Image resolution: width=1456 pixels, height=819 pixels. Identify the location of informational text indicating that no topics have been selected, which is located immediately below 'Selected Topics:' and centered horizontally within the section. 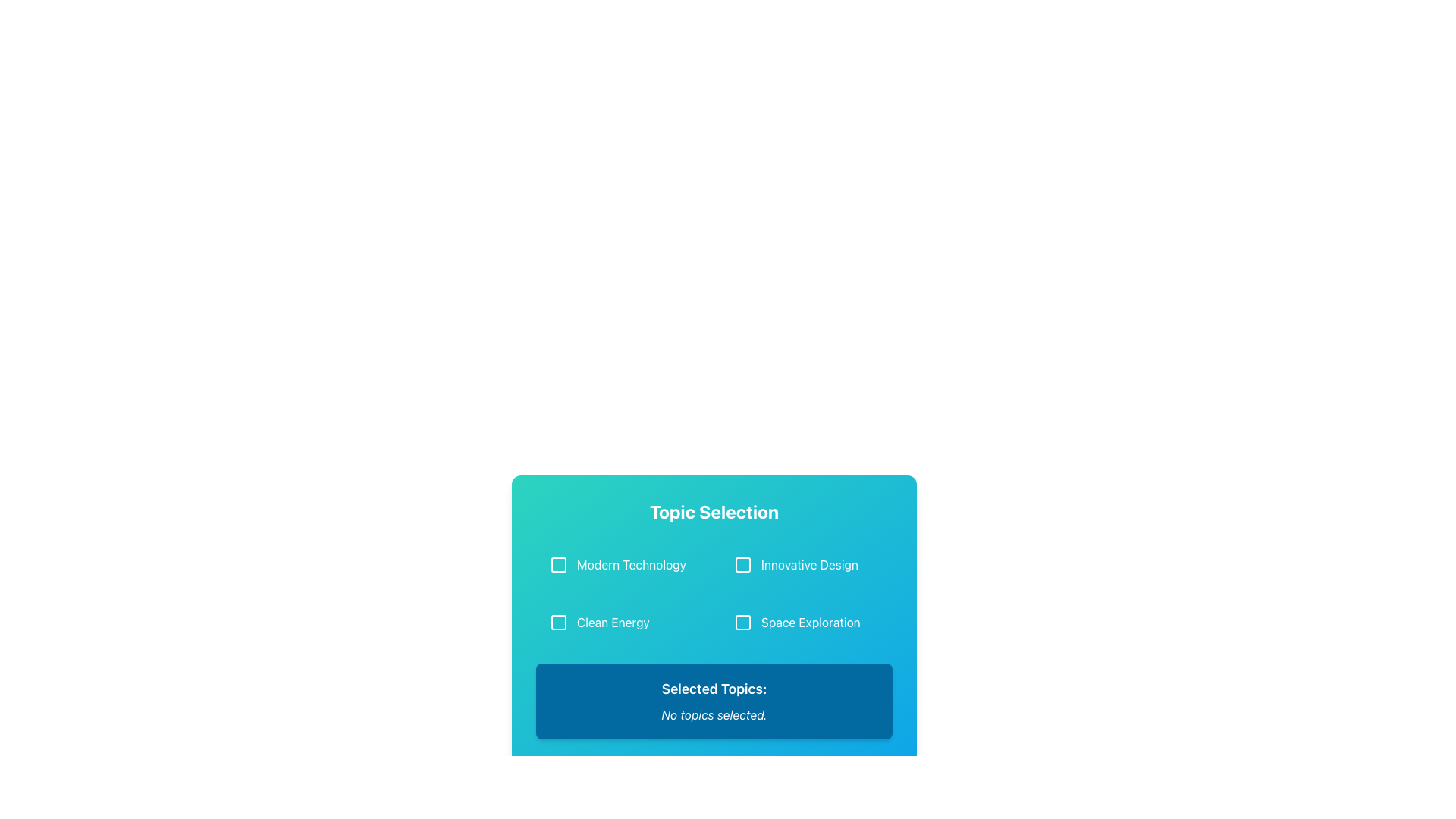
(713, 714).